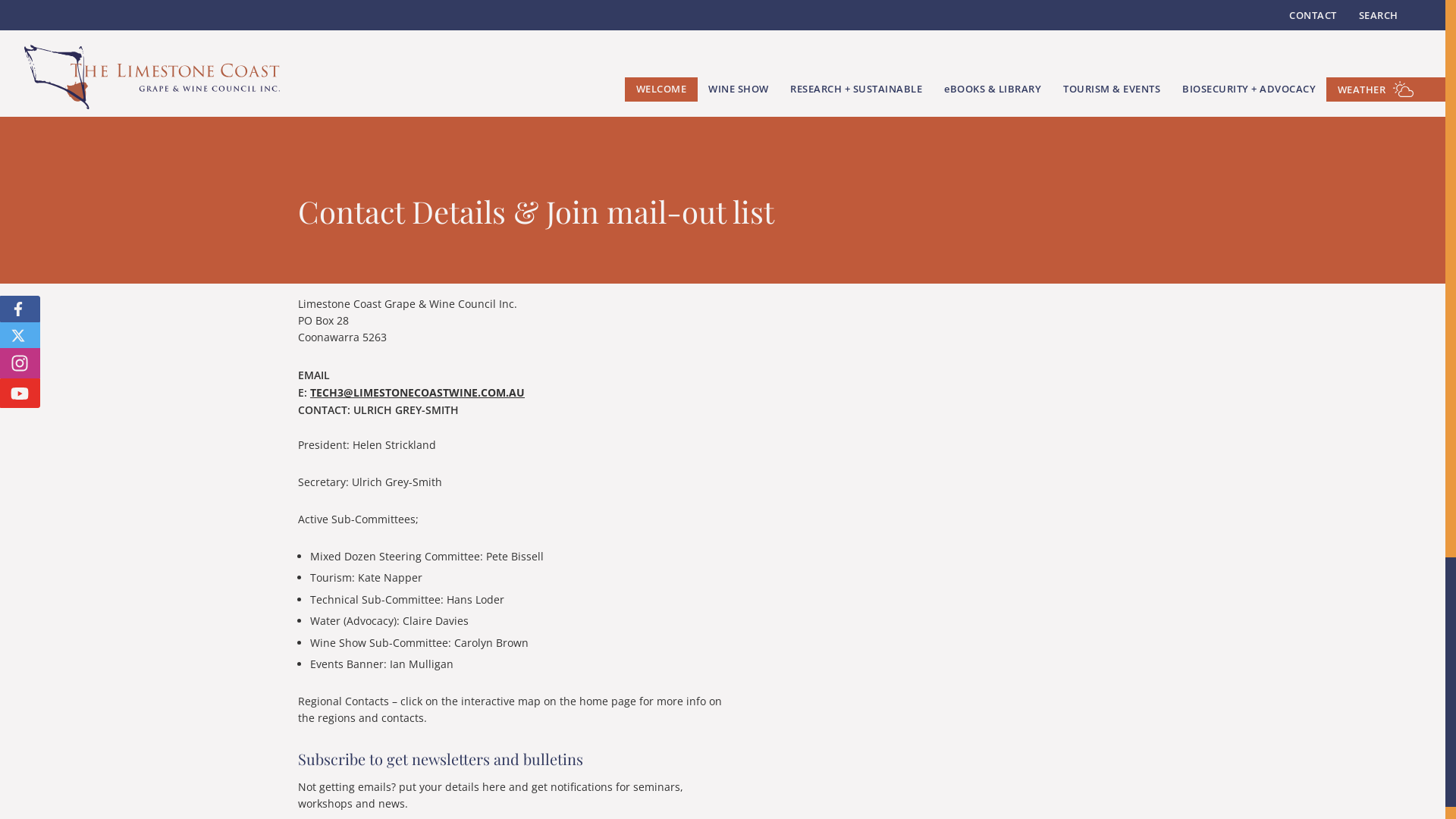  Describe the element at coordinates (20, 392) in the screenshot. I see `'FOLLOW US ON YOUTUBE'` at that location.